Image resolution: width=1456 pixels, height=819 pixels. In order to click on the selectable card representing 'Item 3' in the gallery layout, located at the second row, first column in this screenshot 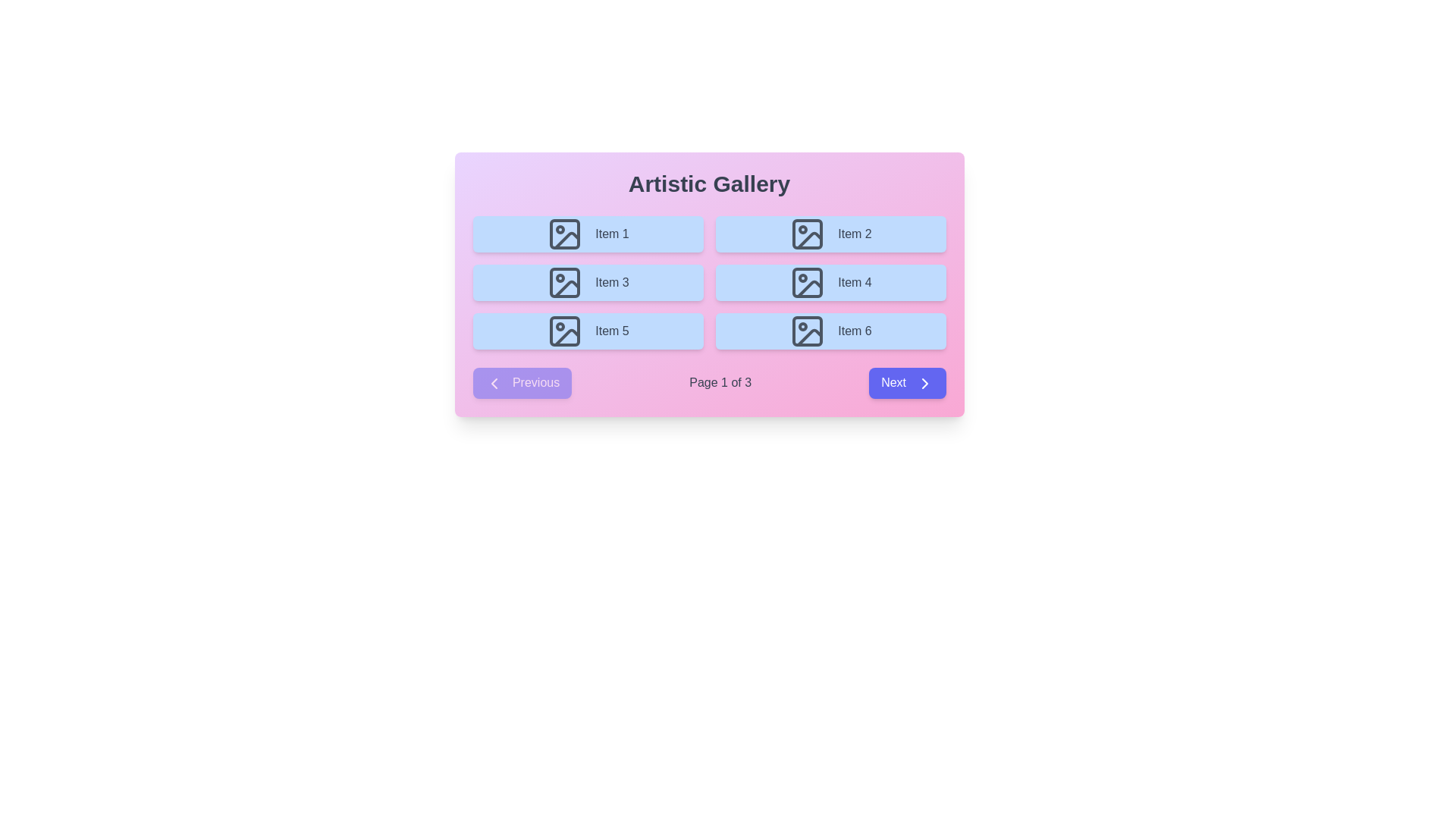, I will do `click(587, 283)`.